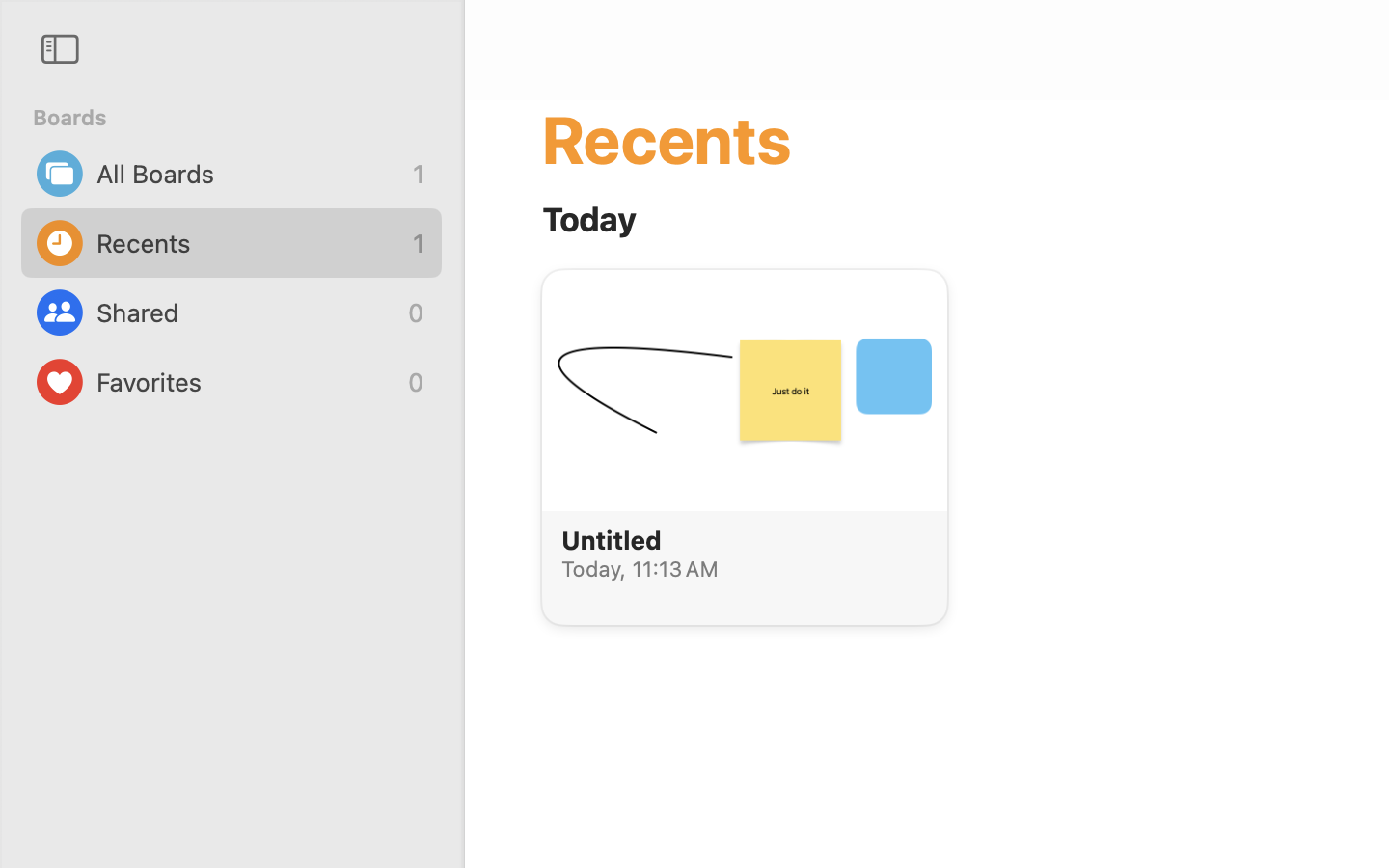 Image resolution: width=1389 pixels, height=868 pixels. What do you see at coordinates (249, 242) in the screenshot?
I see `'Recents'` at bounding box center [249, 242].